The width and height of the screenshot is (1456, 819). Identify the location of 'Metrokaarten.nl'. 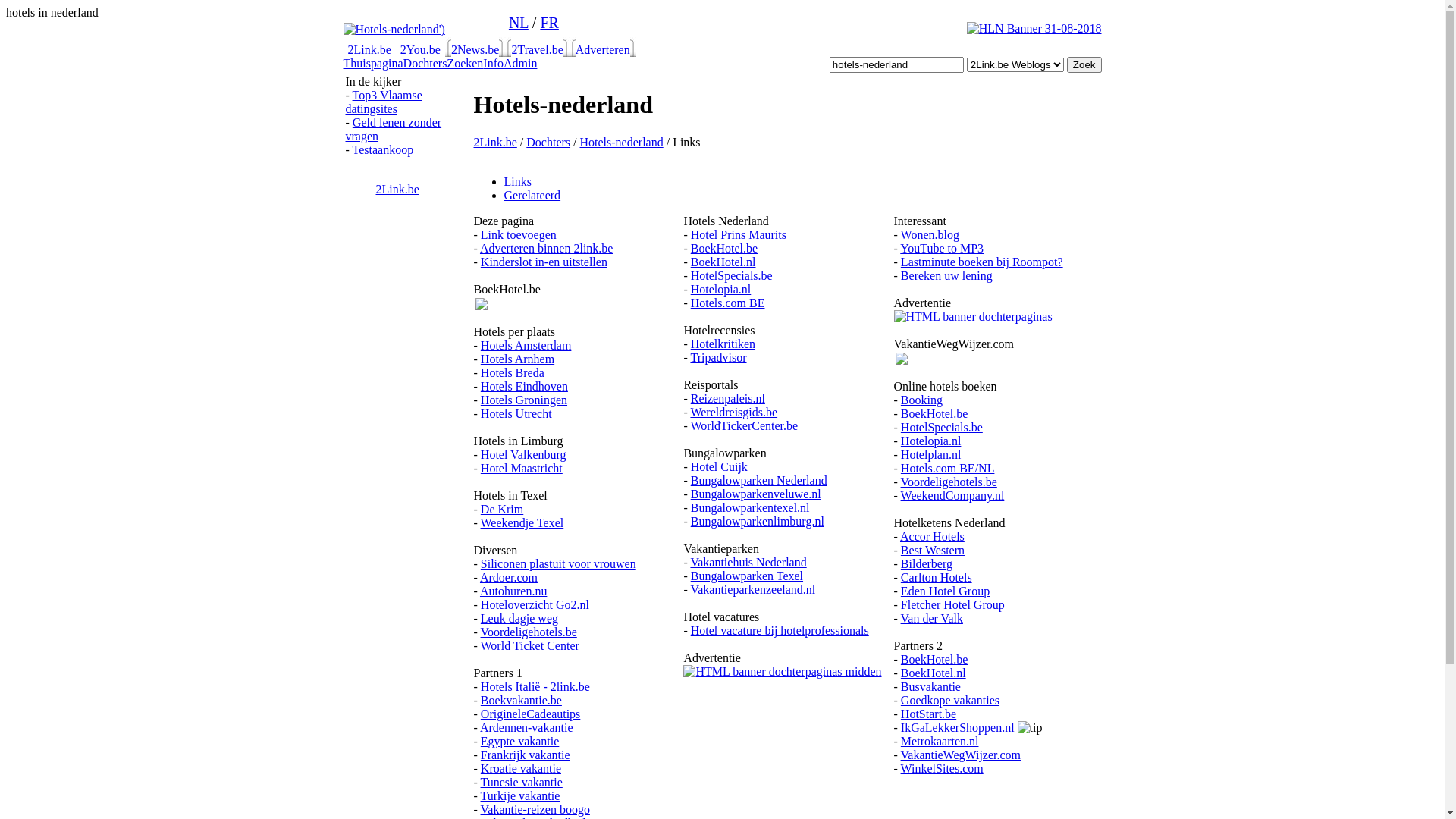
(939, 740).